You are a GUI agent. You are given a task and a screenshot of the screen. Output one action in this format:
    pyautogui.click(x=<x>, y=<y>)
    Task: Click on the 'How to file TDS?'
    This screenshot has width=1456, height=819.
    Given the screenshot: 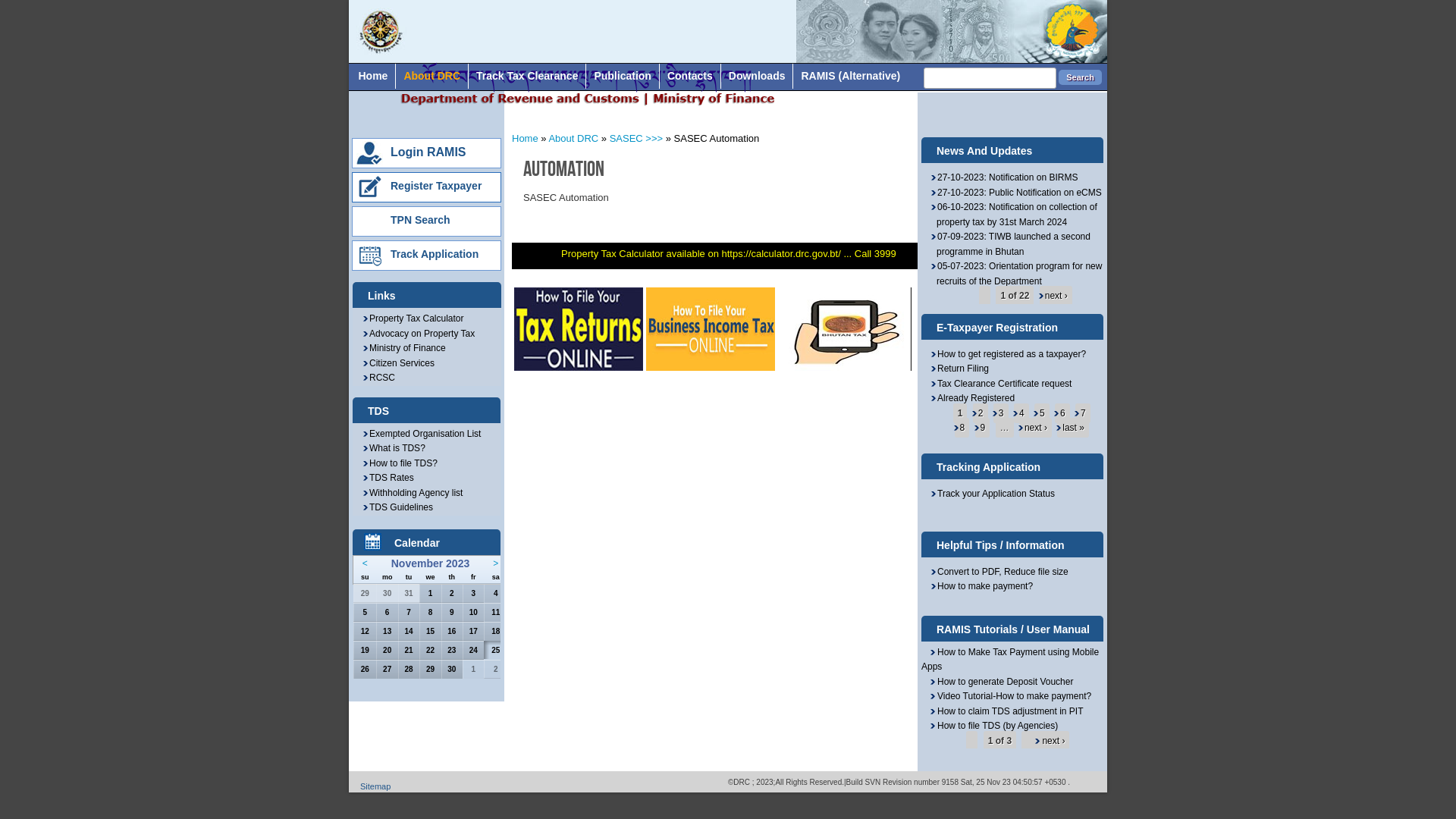 What is the action you would take?
    pyautogui.click(x=400, y=462)
    